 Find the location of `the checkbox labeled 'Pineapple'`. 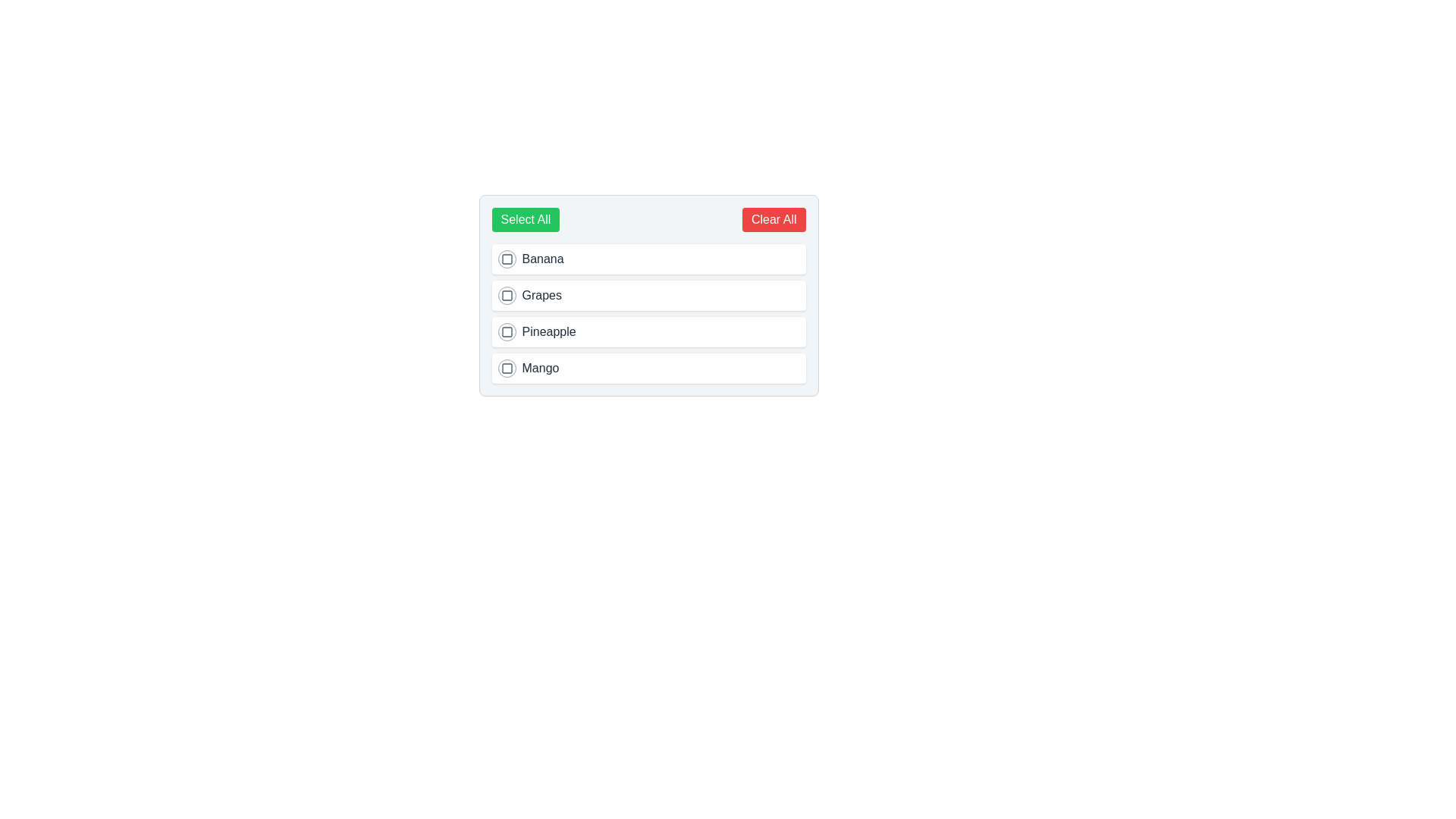

the checkbox labeled 'Pineapple' is located at coordinates (648, 331).